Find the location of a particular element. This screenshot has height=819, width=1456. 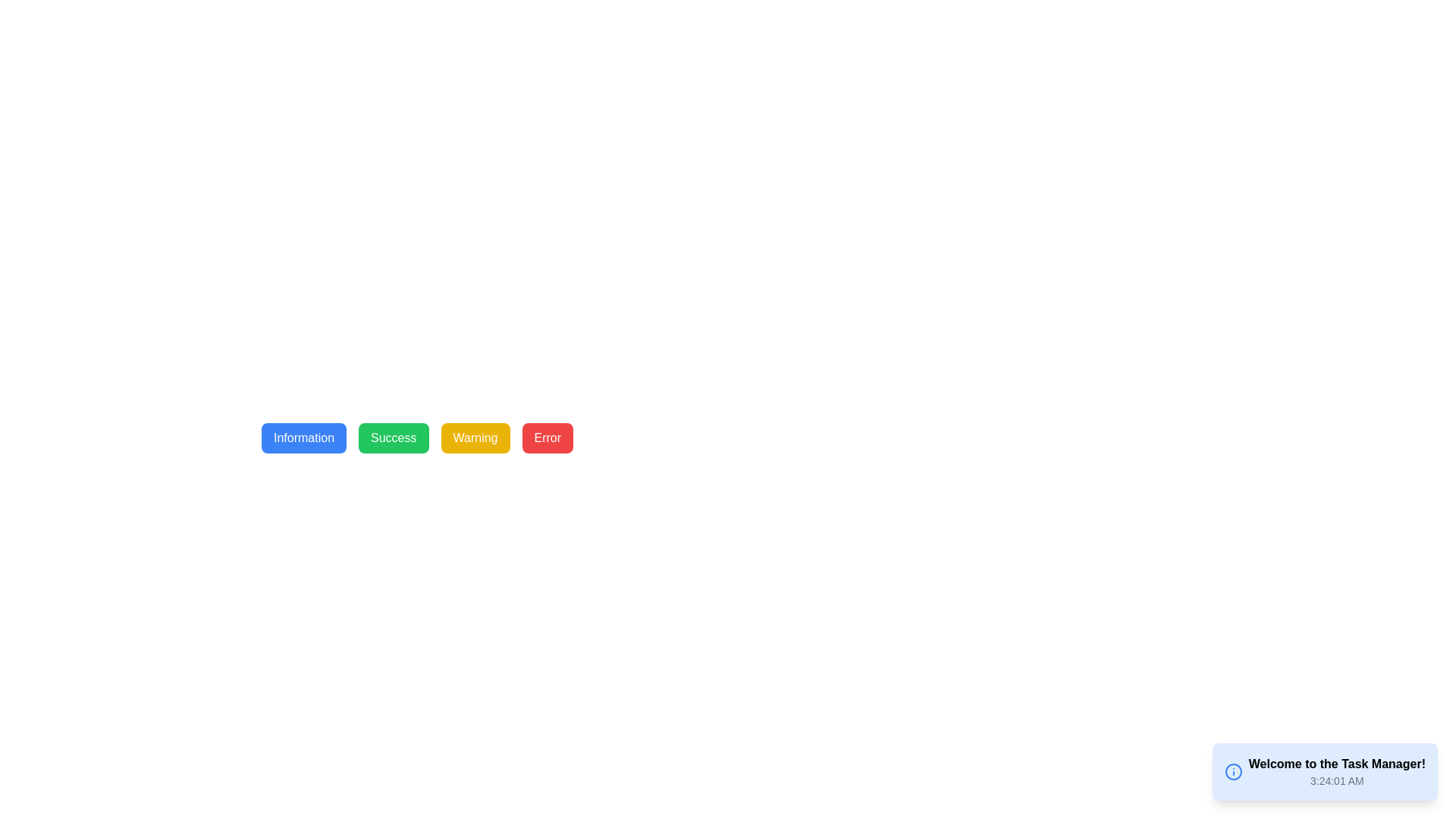

the prominently displayed text title 'Welcome to the Task Manager!' to use it as a reference for task management context is located at coordinates (1337, 764).